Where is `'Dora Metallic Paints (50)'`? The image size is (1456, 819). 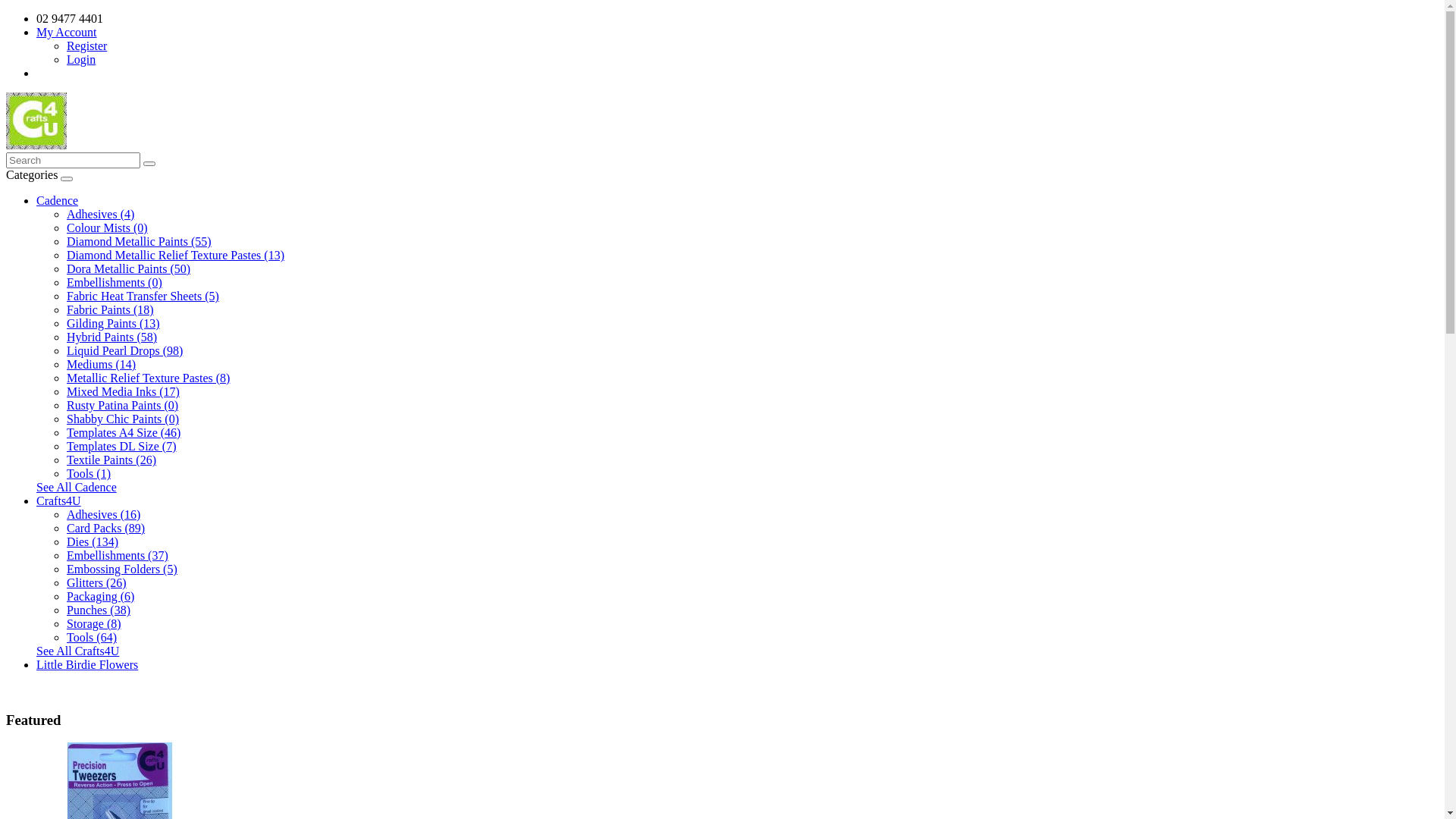 'Dora Metallic Paints (50)' is located at coordinates (128, 268).